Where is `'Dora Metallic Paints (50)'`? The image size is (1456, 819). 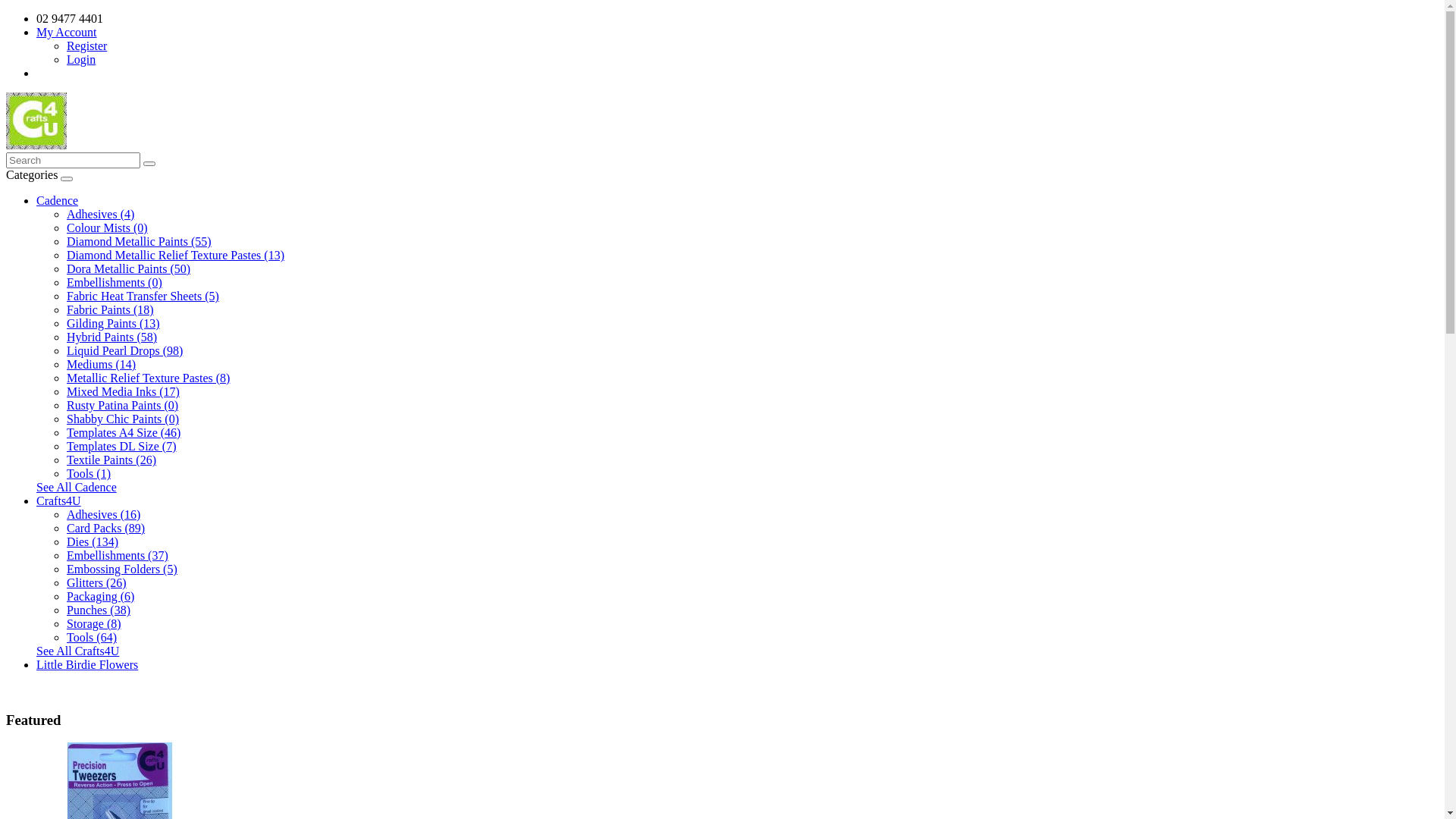 'Dora Metallic Paints (50)' is located at coordinates (128, 268).